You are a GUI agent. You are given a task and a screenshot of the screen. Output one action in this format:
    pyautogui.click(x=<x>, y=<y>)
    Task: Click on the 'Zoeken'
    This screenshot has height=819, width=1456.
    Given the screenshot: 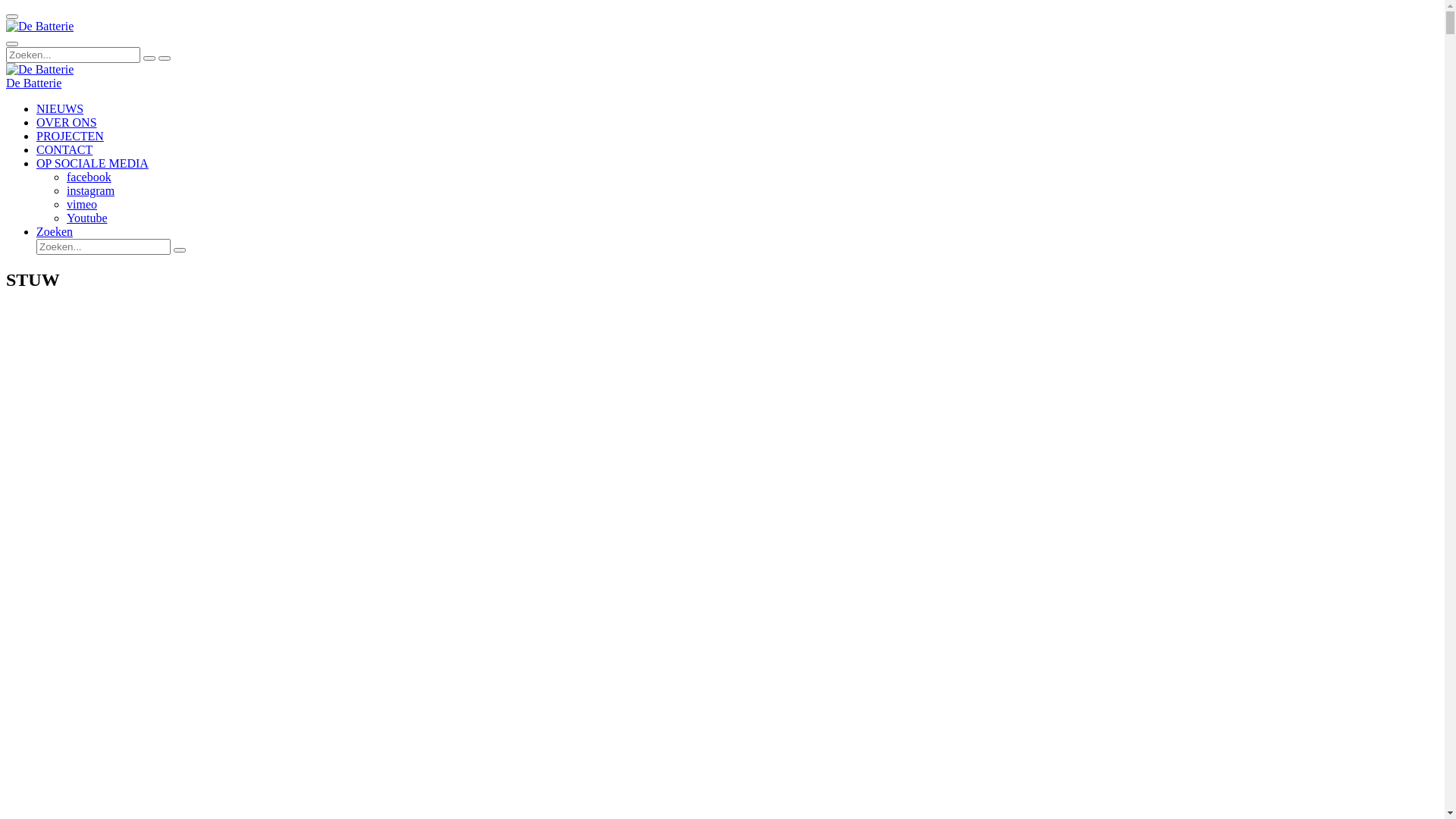 What is the action you would take?
    pyautogui.click(x=36, y=231)
    